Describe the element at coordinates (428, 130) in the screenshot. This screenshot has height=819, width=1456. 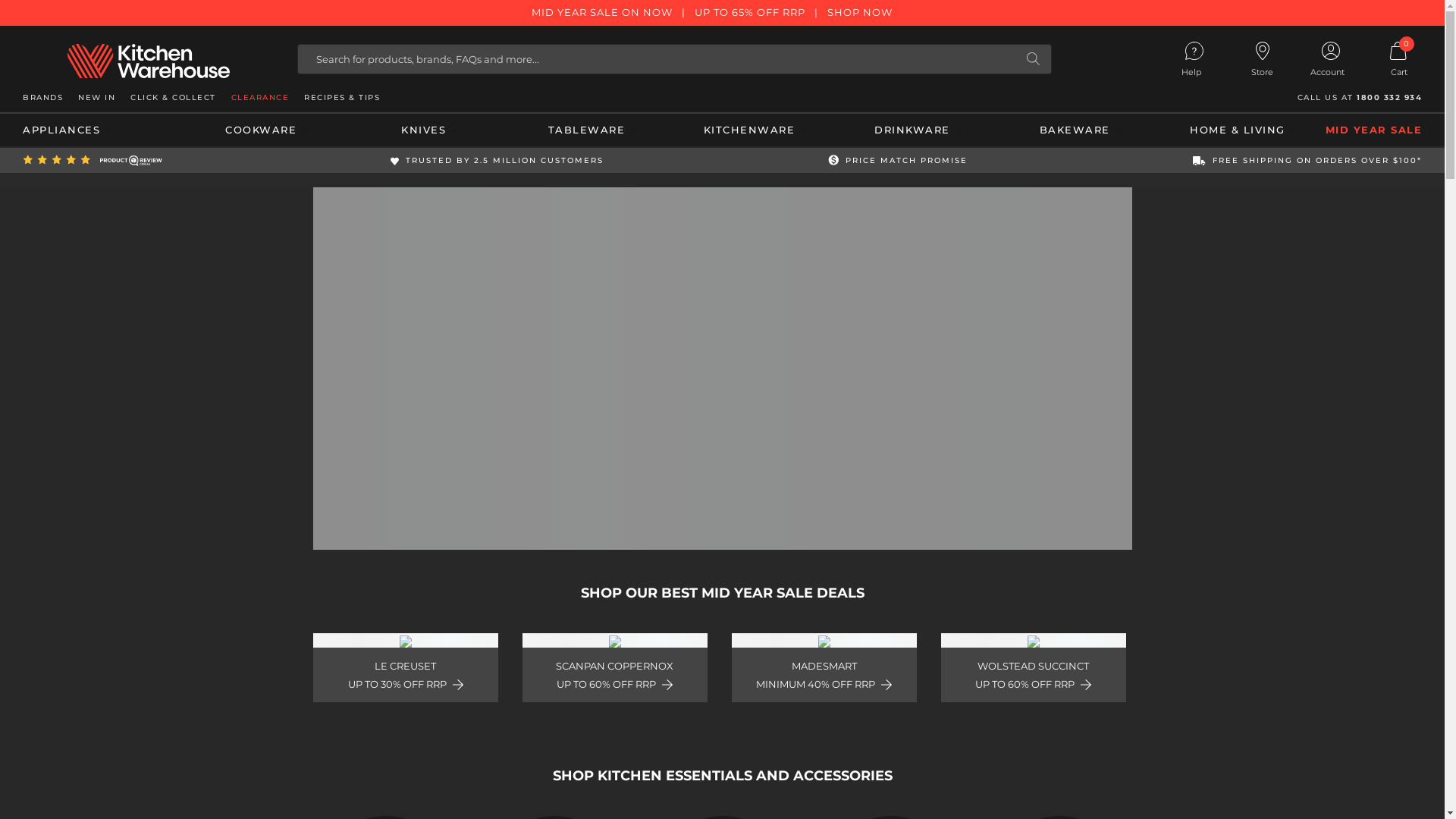
I see `'KNIVES'` at that location.